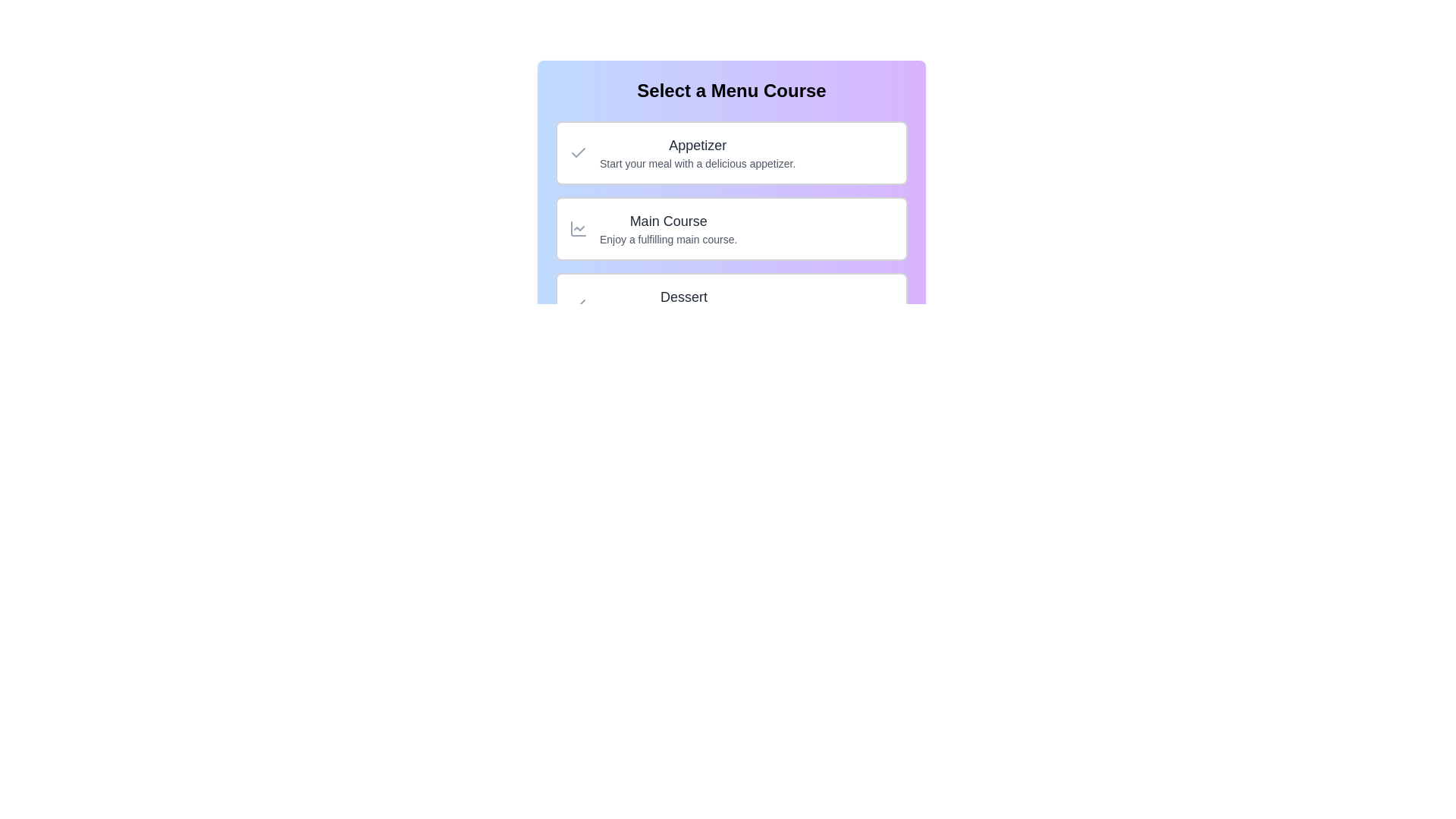  What do you see at coordinates (697, 164) in the screenshot?
I see `the Text Label providing additional information regarding the 'Appetizer' category` at bounding box center [697, 164].